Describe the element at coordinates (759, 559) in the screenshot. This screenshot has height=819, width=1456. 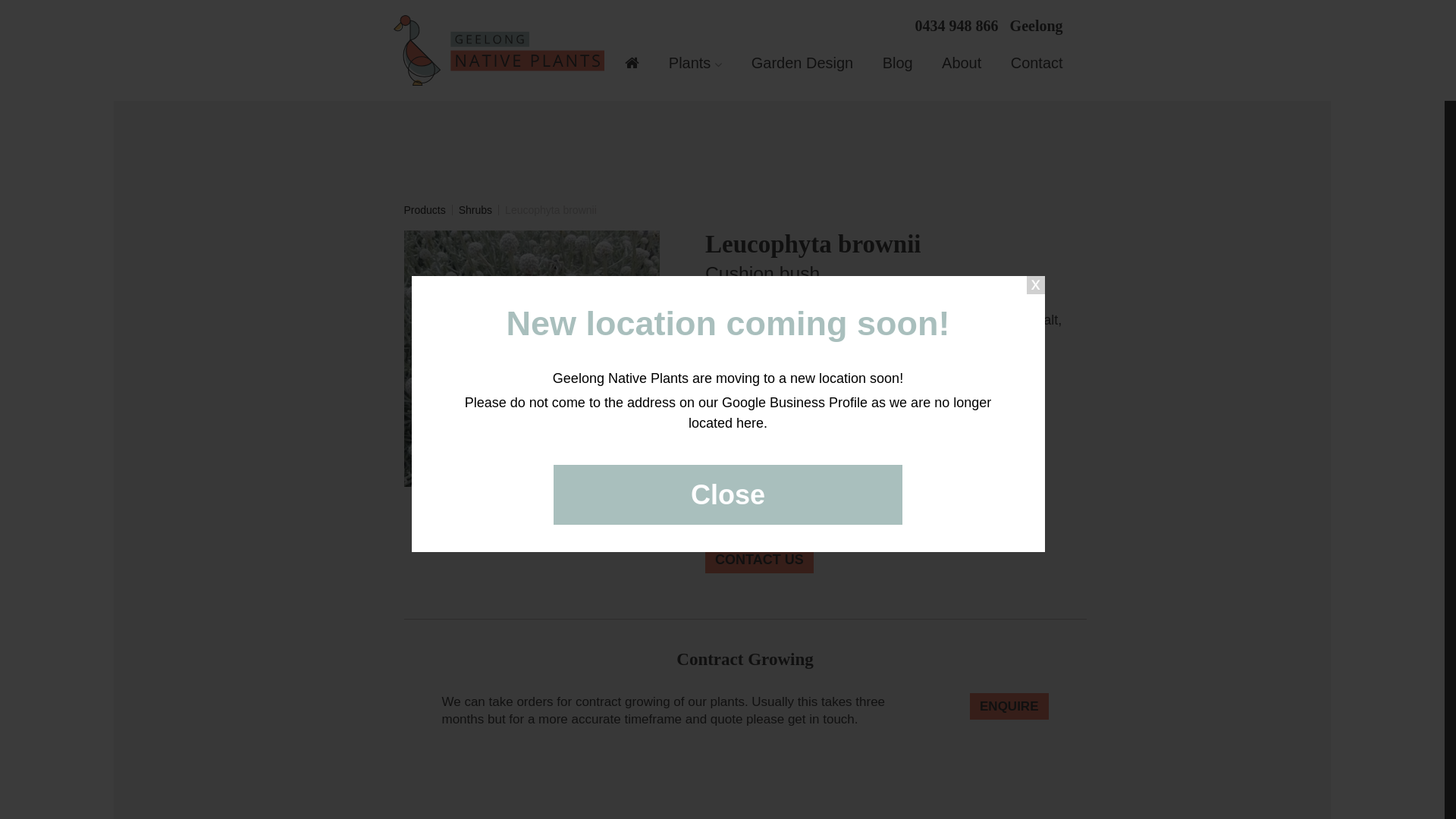
I see `'CONTACT US'` at that location.